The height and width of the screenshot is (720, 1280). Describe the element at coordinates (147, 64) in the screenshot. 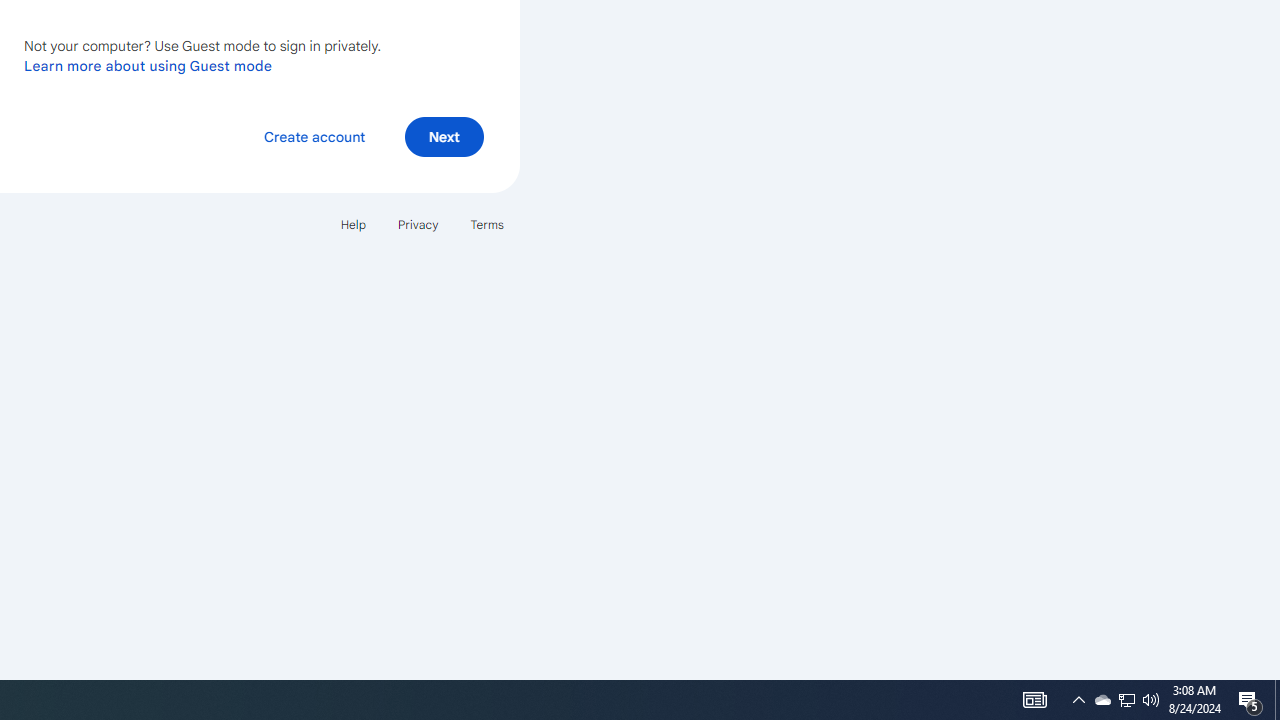

I see `'Learn more about using Guest mode'` at that location.